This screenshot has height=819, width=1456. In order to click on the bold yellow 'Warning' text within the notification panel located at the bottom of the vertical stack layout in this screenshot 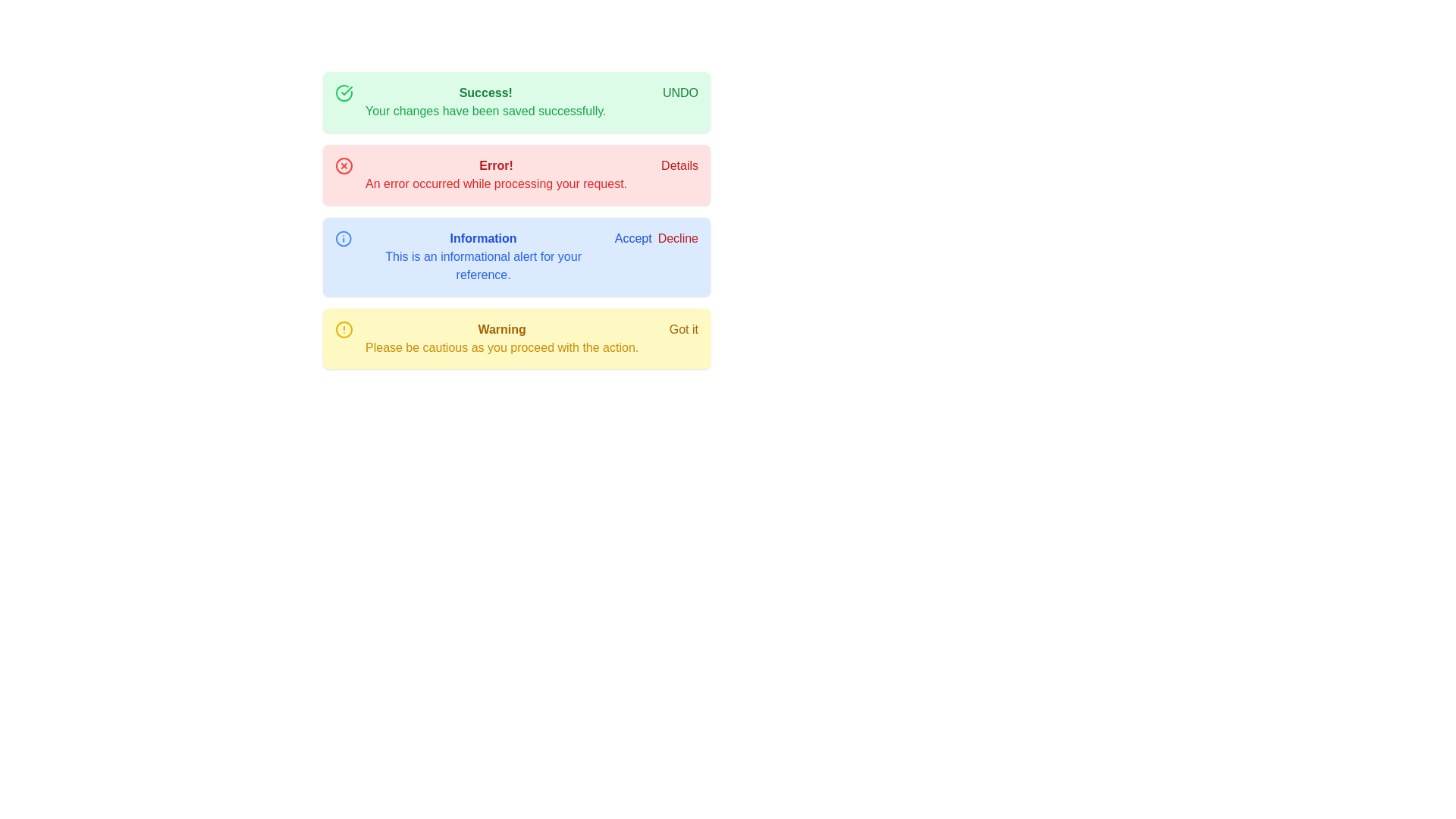, I will do `click(502, 329)`.